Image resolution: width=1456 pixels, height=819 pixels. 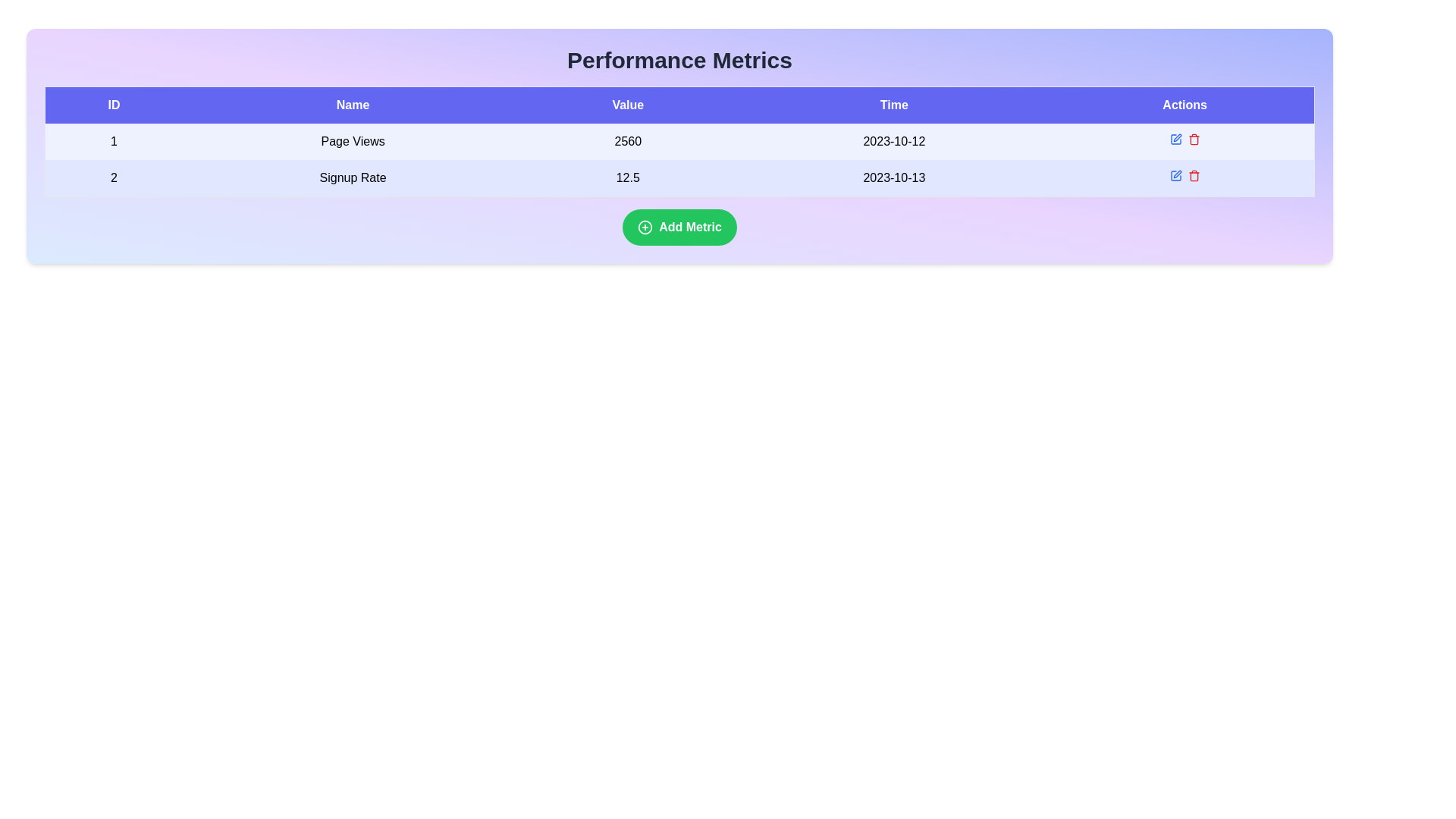 What do you see at coordinates (1193, 174) in the screenshot?
I see `the red trash can icon in the 'Actions' column of the second row of the table to change its style` at bounding box center [1193, 174].